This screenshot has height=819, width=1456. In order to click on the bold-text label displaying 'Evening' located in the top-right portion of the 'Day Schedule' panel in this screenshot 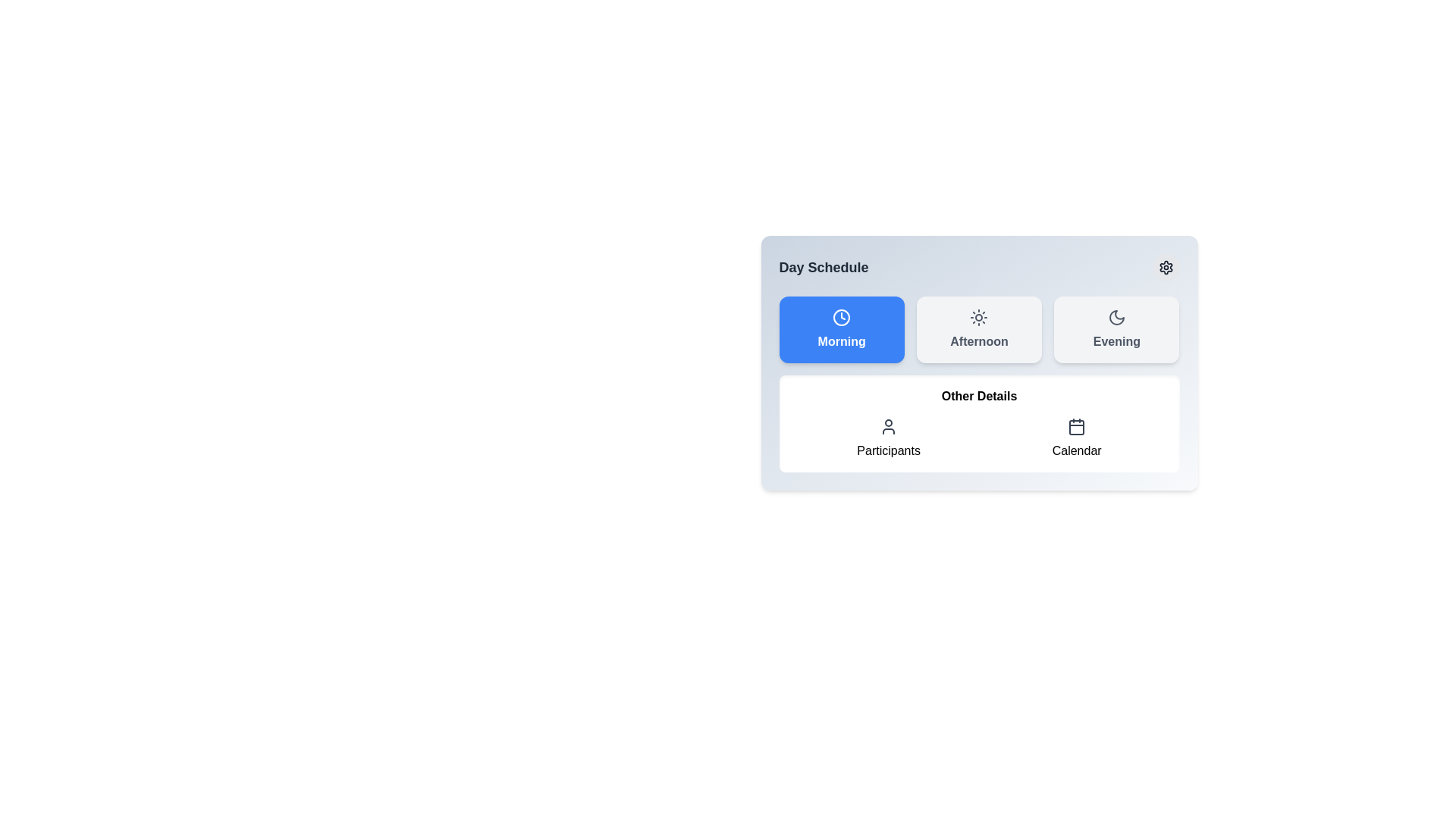, I will do `click(1116, 342)`.